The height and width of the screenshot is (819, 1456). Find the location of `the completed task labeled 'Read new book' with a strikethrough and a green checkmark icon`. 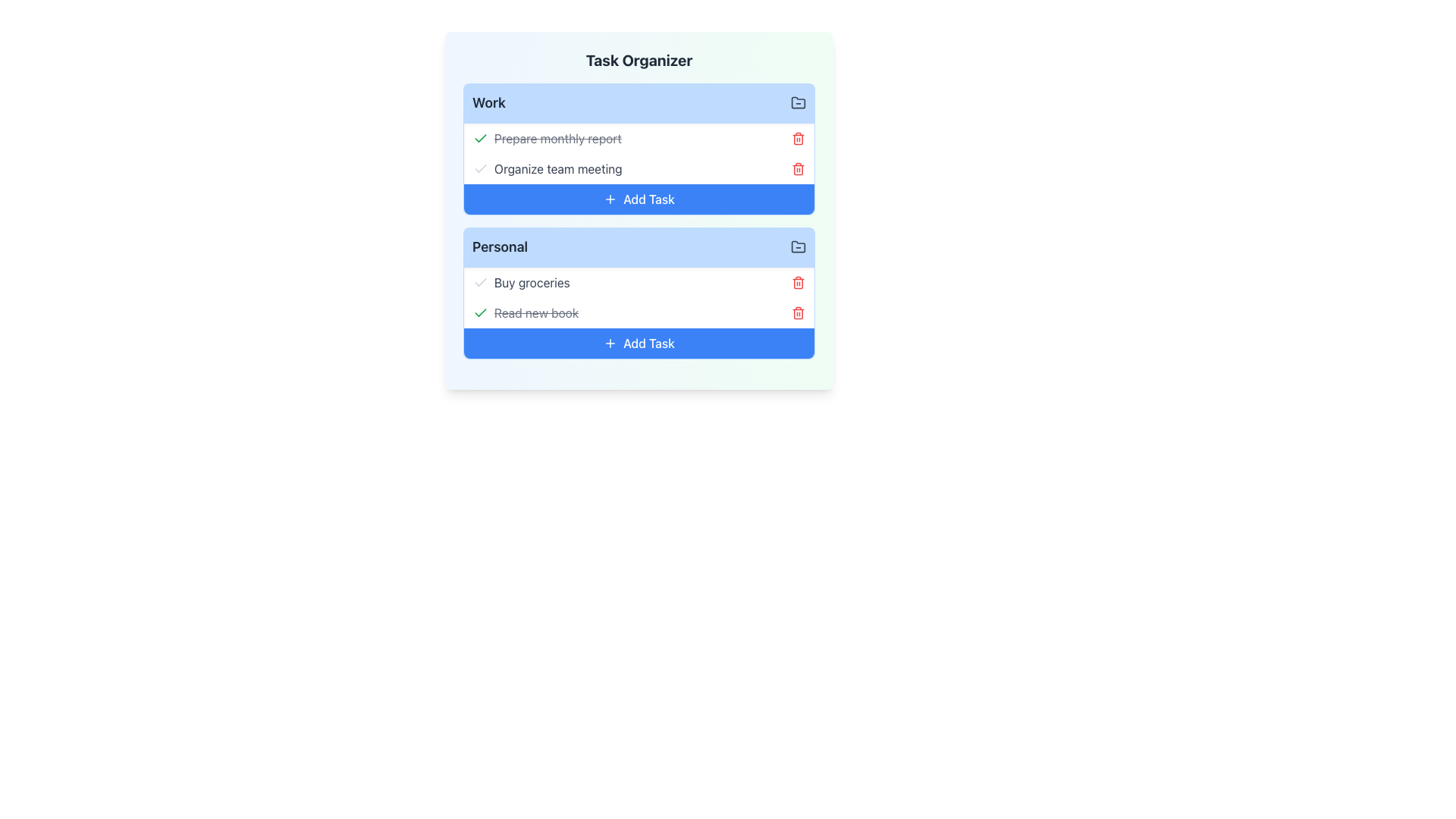

the completed task labeled 'Read new book' with a strikethrough and a green checkmark icon is located at coordinates (526, 312).